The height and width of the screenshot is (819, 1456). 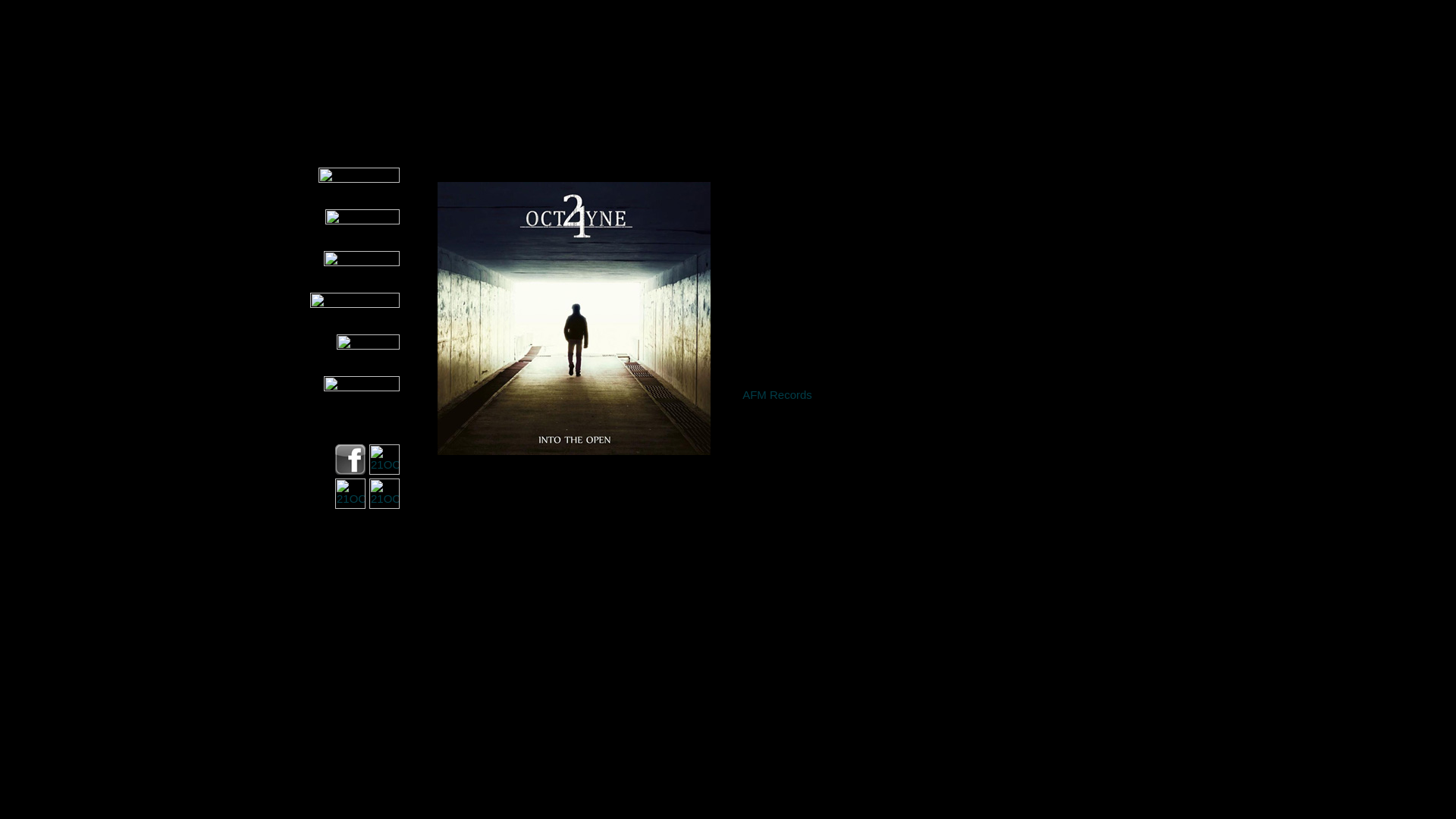 I want to click on 'AFM Records', so click(x=742, y=394).